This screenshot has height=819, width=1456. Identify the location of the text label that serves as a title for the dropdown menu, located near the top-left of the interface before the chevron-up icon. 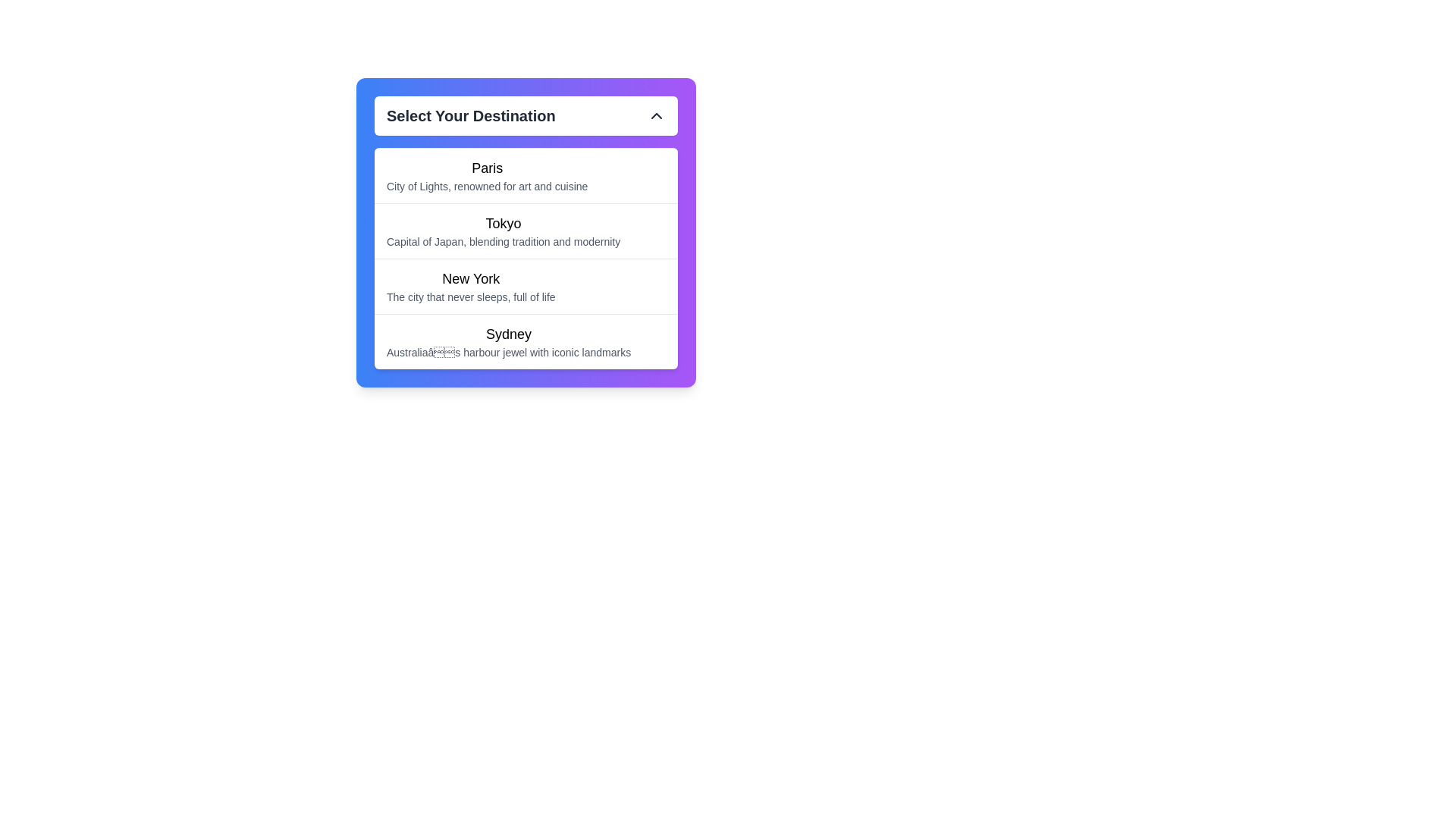
(470, 115).